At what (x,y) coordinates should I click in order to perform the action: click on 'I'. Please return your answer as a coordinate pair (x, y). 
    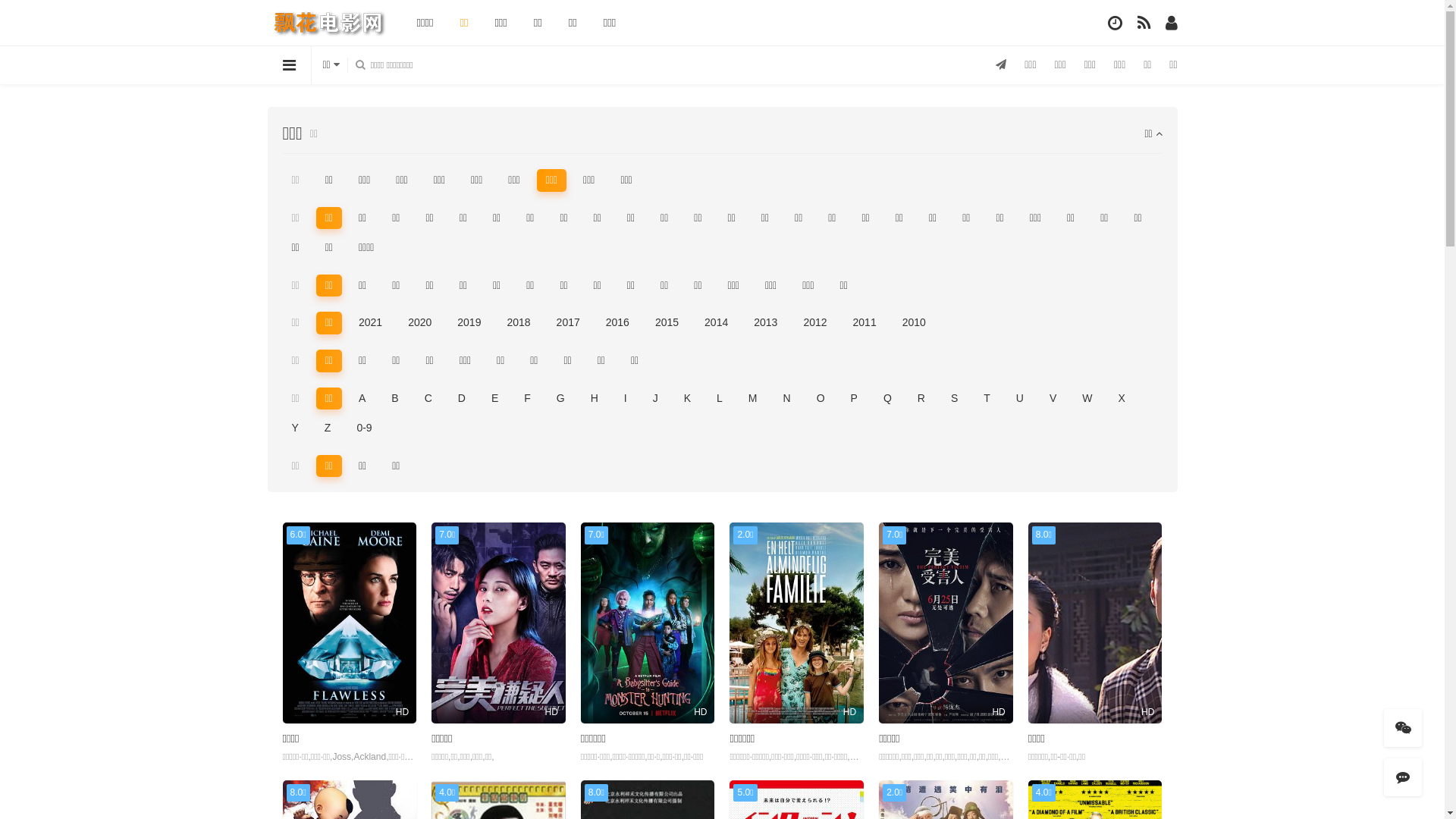
    Looking at the image, I should click on (626, 397).